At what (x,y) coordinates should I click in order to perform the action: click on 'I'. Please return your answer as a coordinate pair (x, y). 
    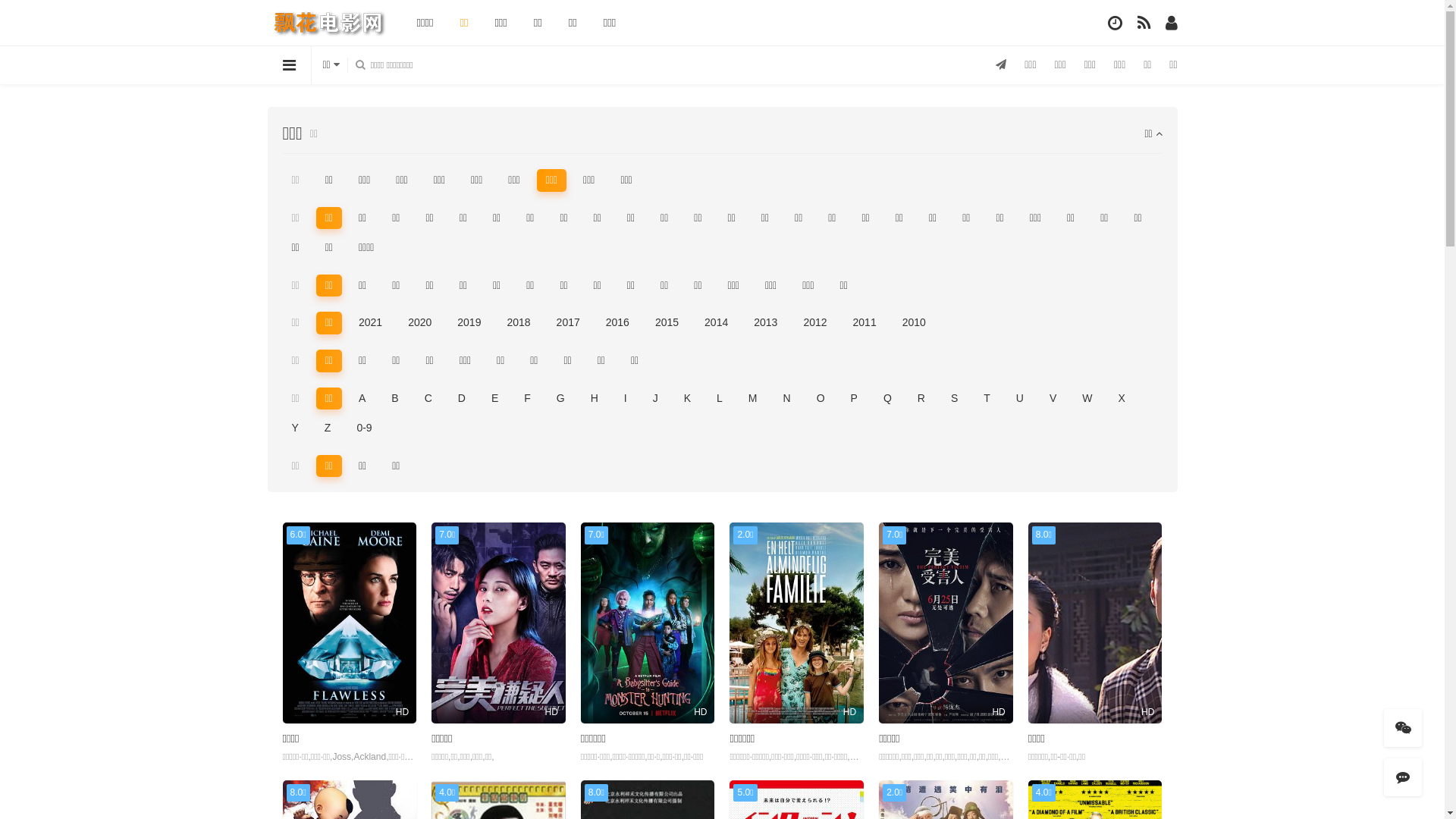
    Looking at the image, I should click on (626, 397).